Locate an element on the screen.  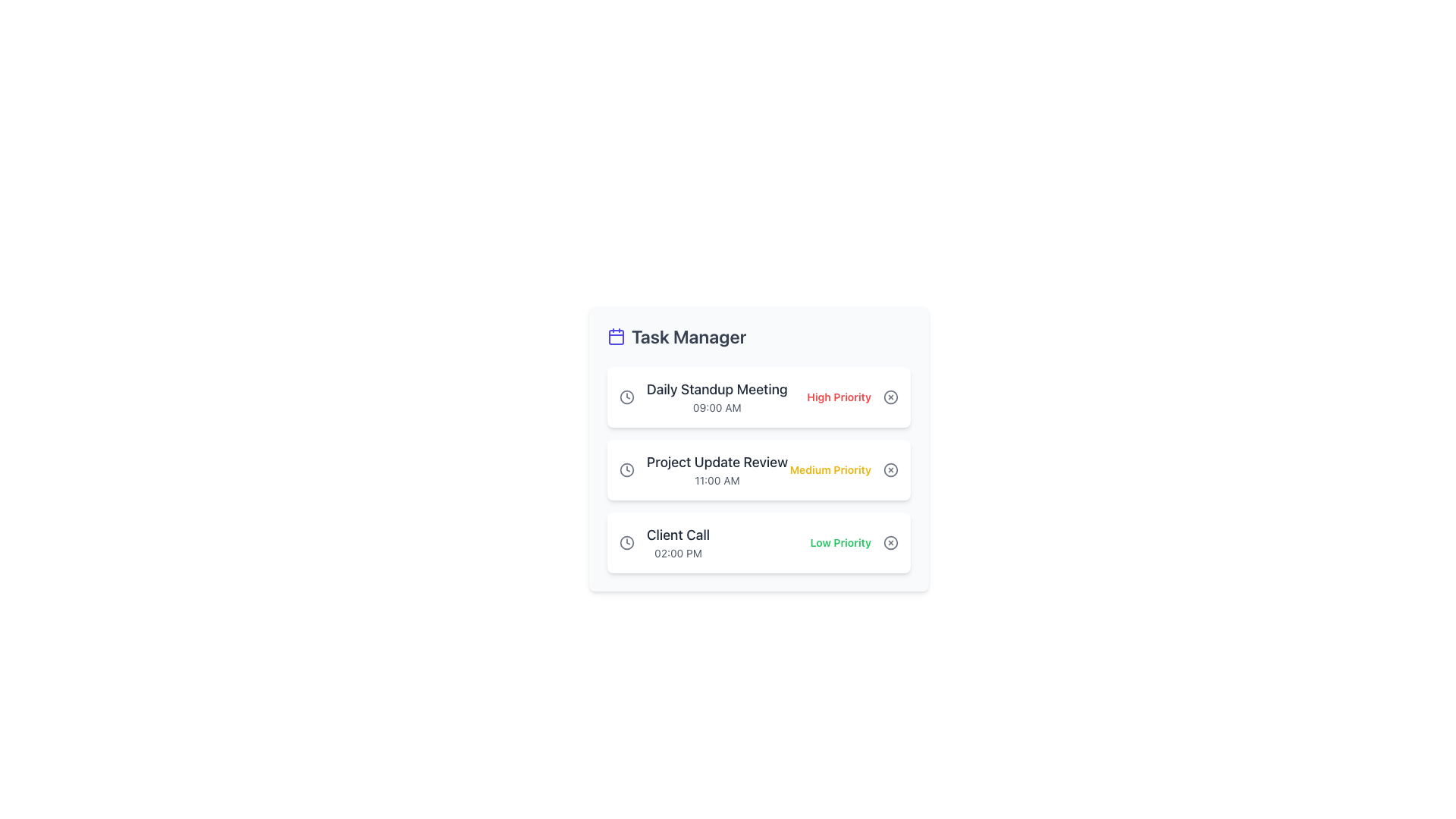
the text label displaying the time '02:00 PM', which is located below the 'Client Call' text in a task card layout is located at coordinates (677, 553).